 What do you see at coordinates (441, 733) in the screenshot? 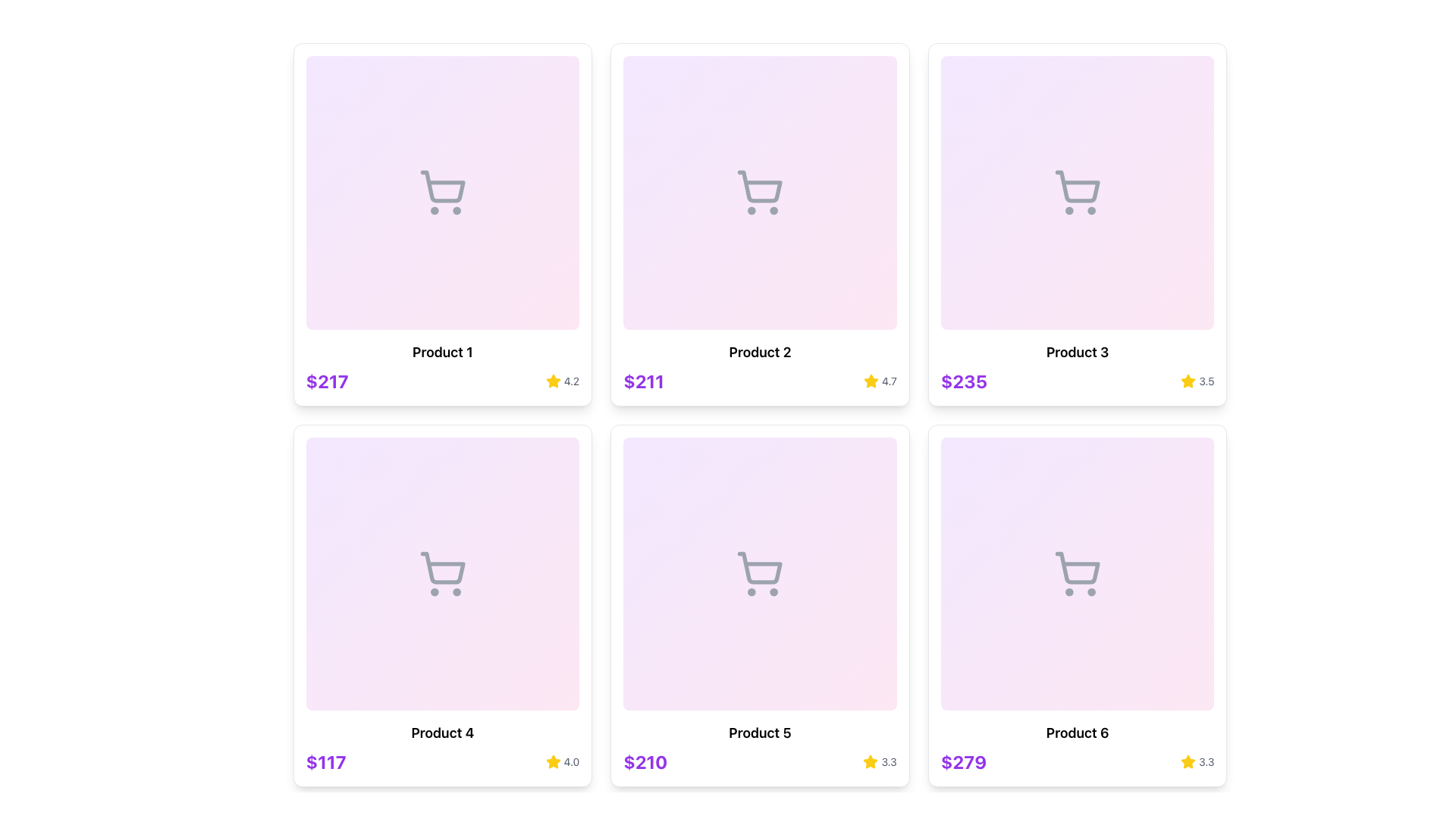
I see `the product title text label located in the second row, first column of the grid layout, which identifies the product clearly` at bounding box center [441, 733].